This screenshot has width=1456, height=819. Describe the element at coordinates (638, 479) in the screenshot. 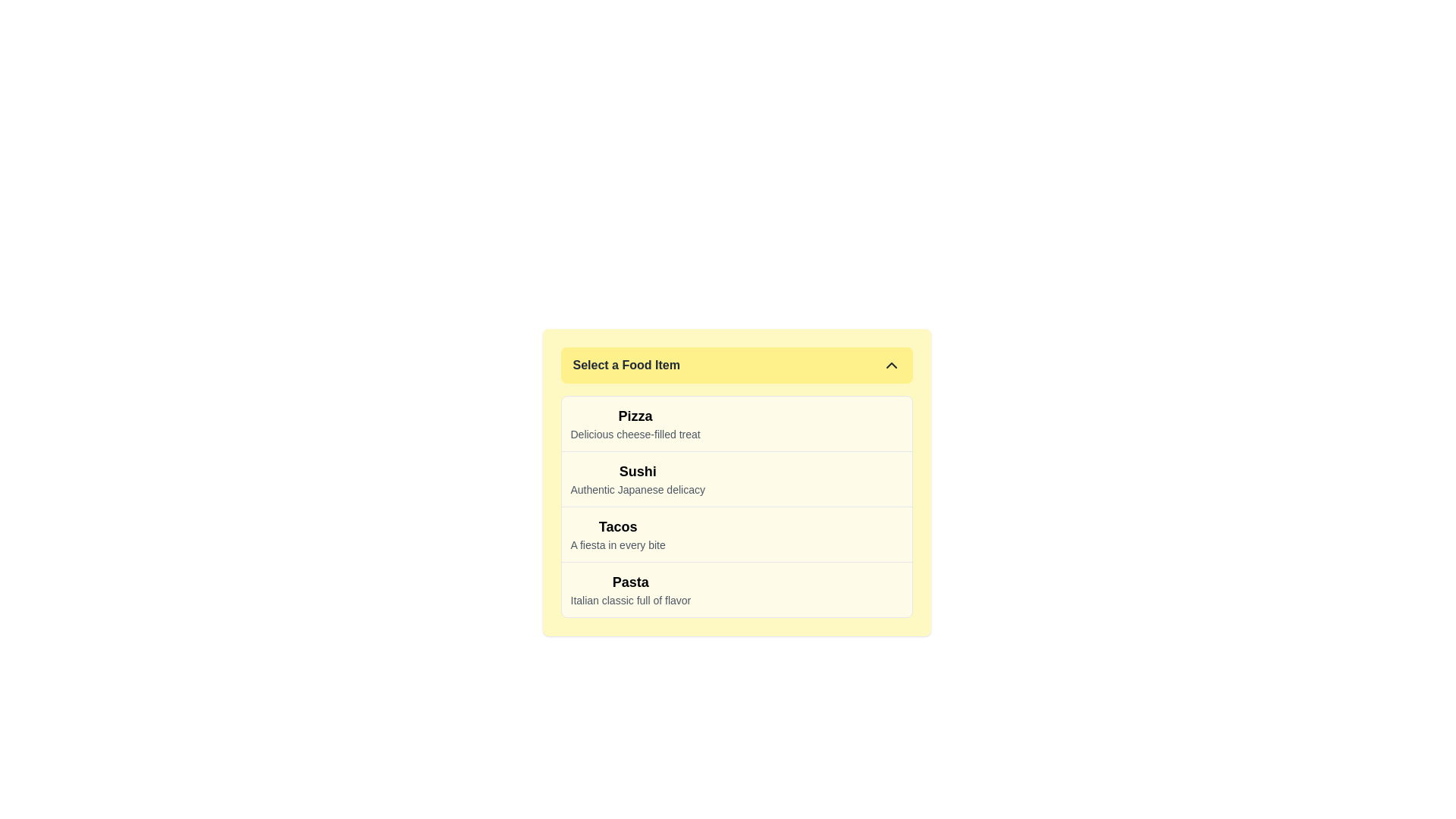

I see `the 'Sushi' text element, which is the second selectable item in the 'Select a Food Item' dropdown menu` at that location.